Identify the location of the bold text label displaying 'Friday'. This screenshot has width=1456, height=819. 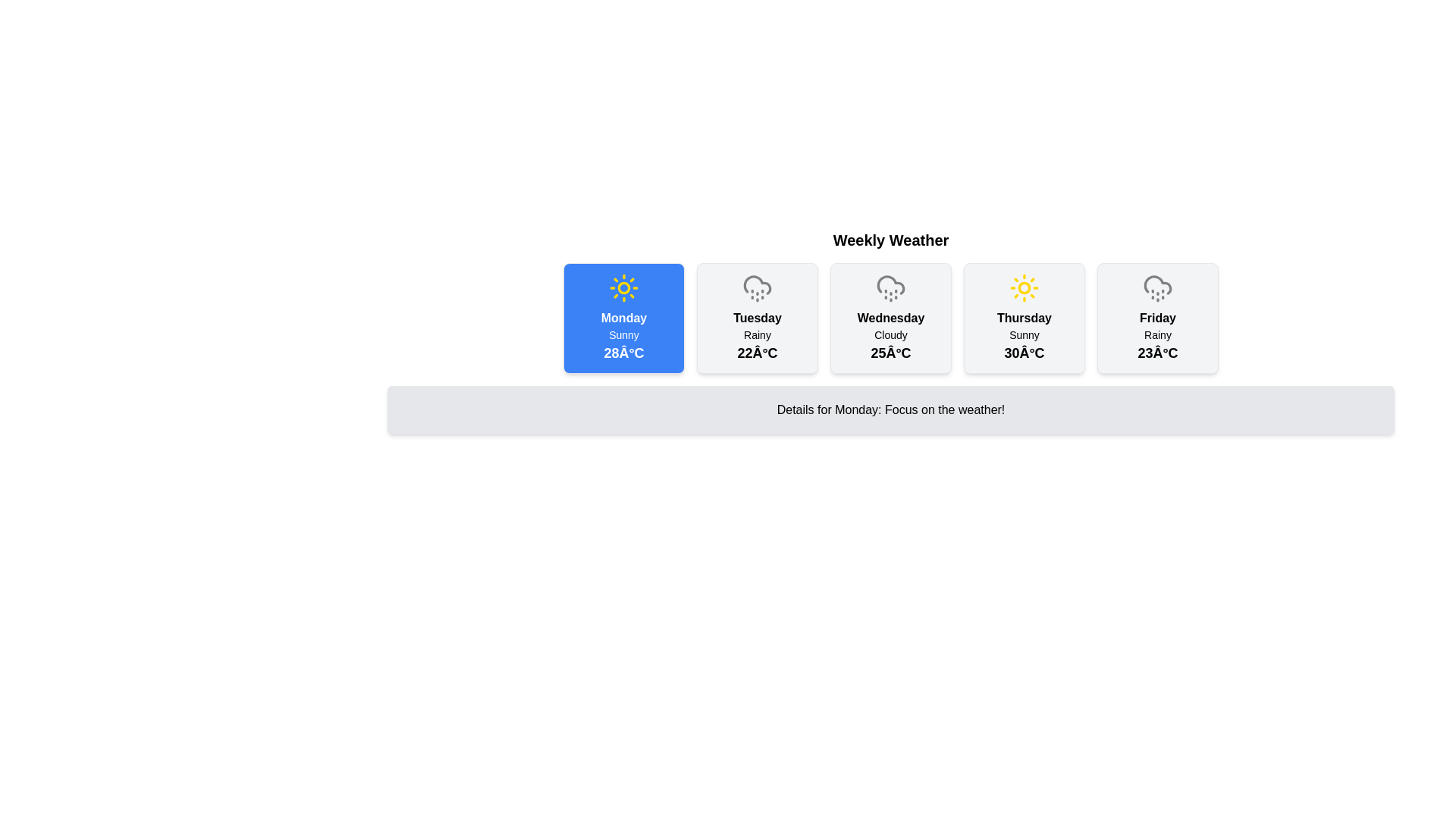
(1156, 318).